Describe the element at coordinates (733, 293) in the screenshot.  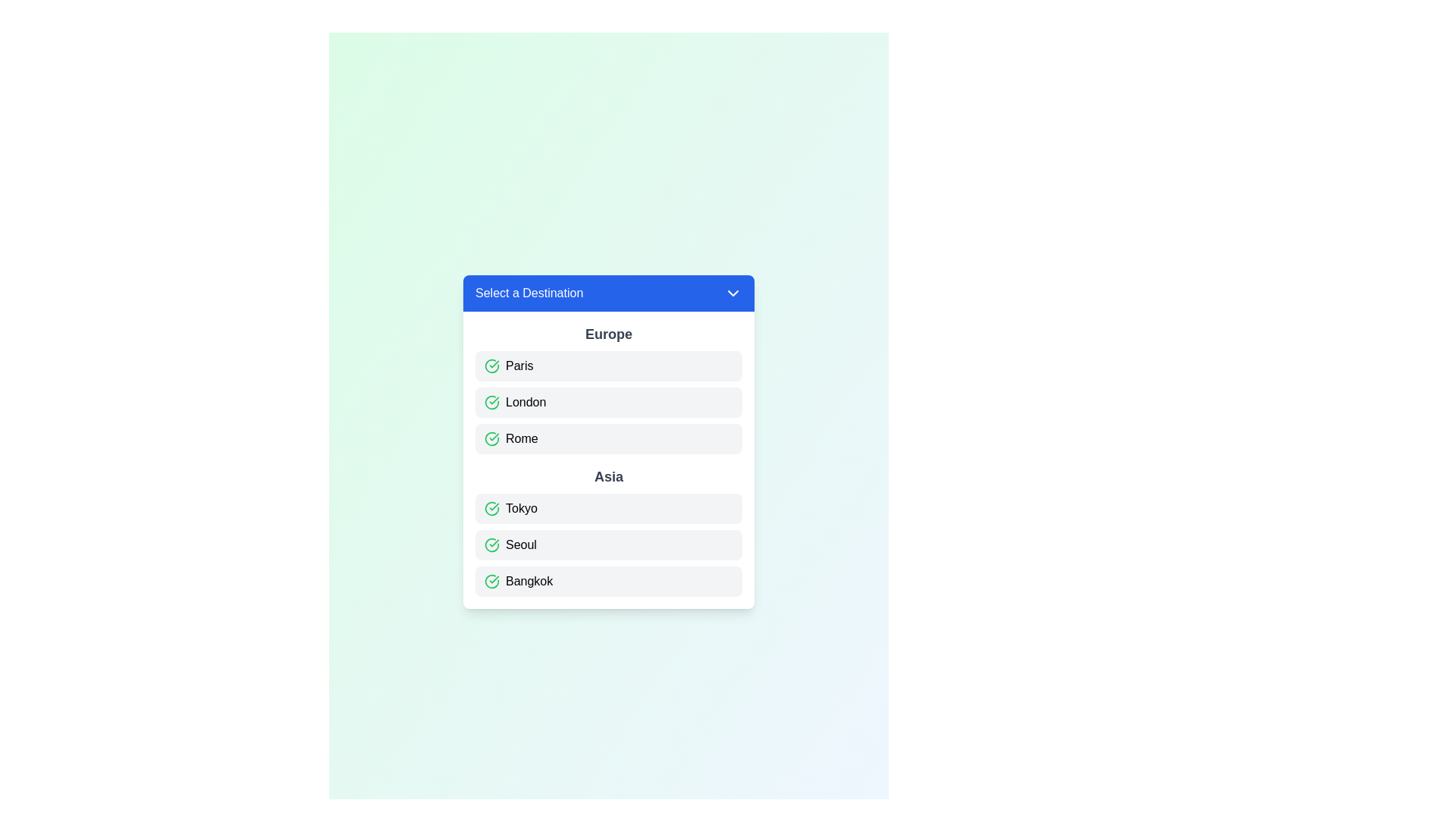
I see `the Dropdown indicator icon located at the far-right end of the blue header section labeled 'Select a Destination'` at that location.